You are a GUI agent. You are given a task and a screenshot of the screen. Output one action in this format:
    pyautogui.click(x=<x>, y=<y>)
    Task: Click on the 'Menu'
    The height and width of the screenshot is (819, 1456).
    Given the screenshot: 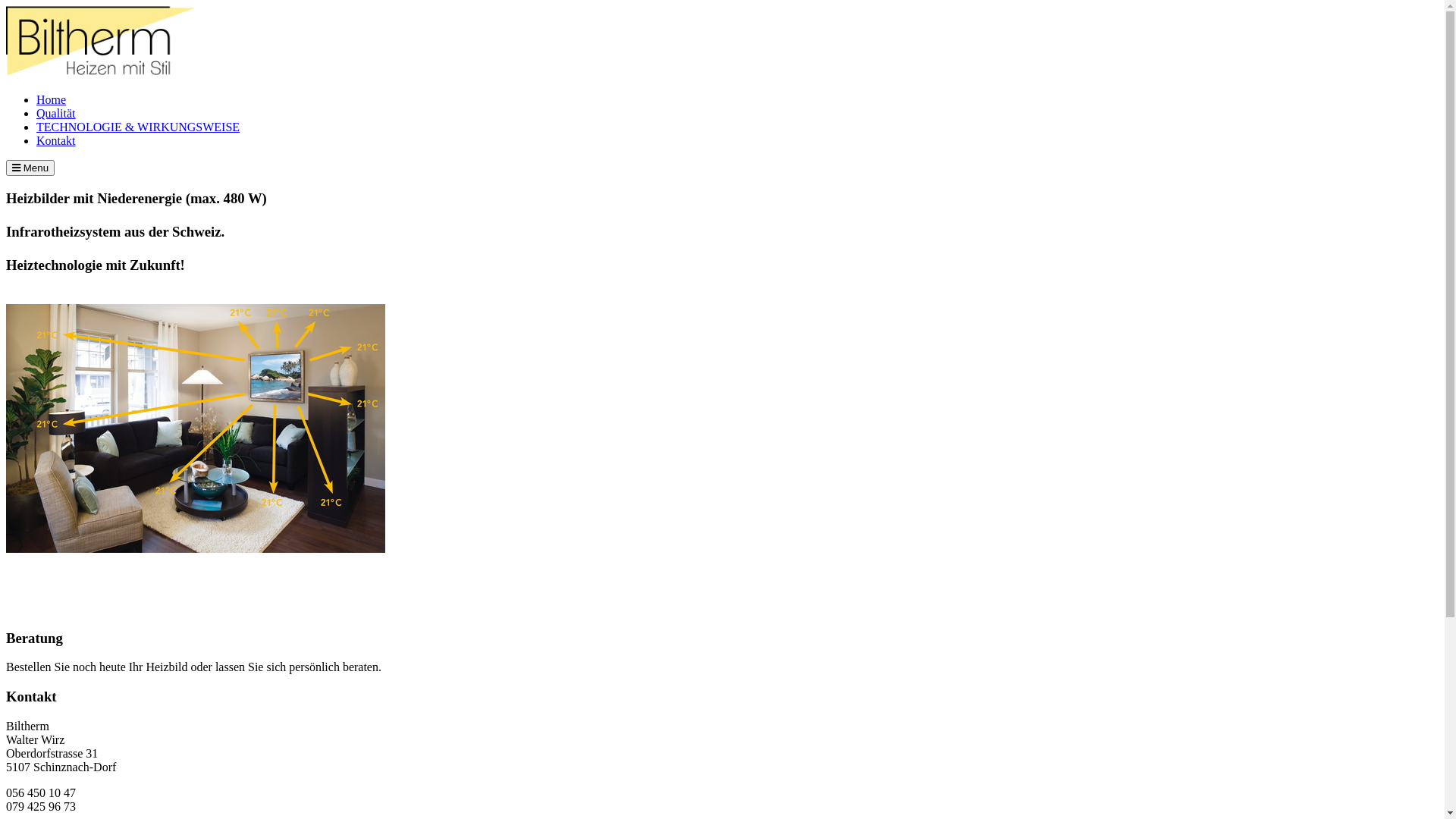 What is the action you would take?
    pyautogui.click(x=30, y=168)
    